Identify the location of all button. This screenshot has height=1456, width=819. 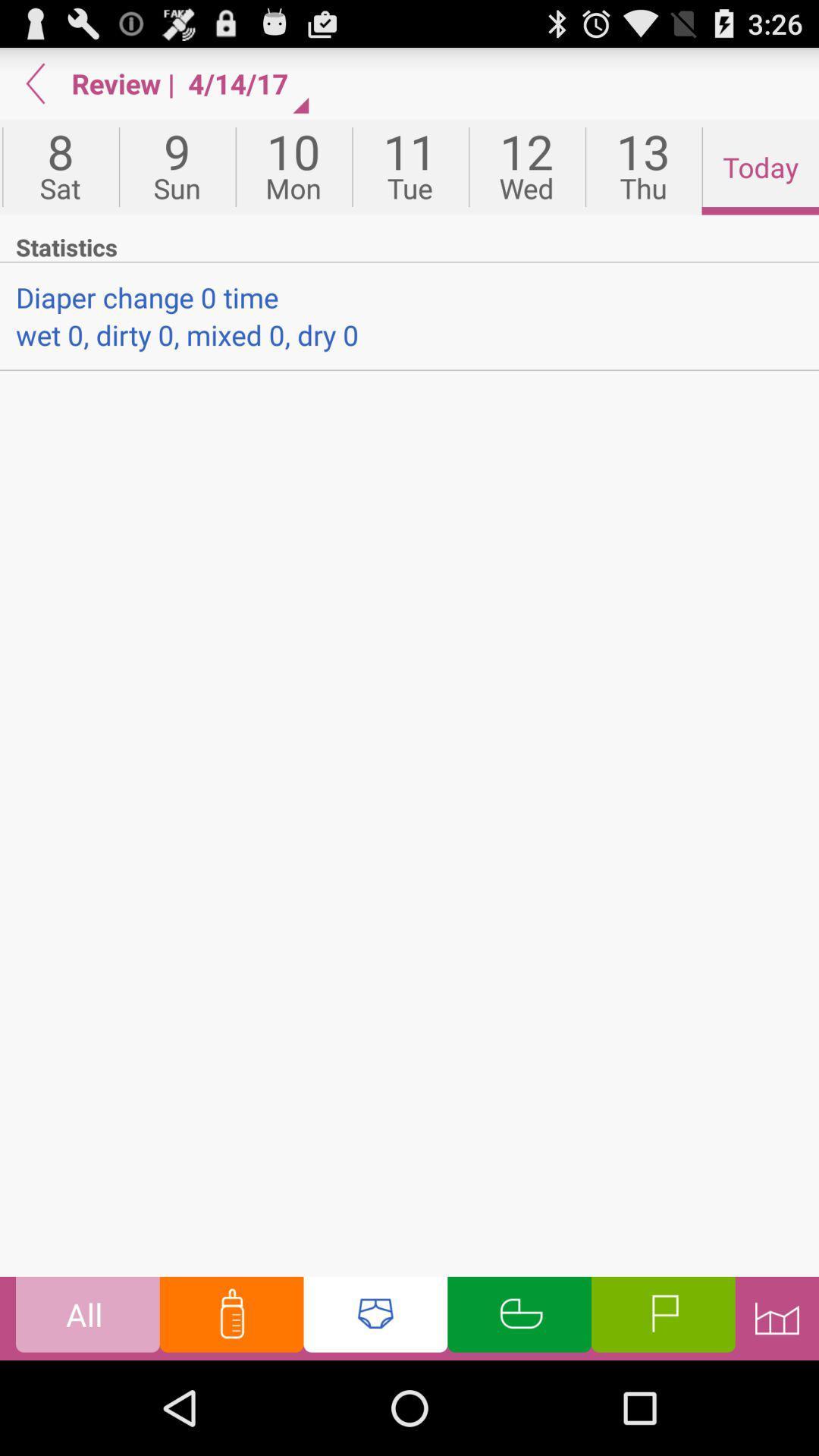
(87, 1317).